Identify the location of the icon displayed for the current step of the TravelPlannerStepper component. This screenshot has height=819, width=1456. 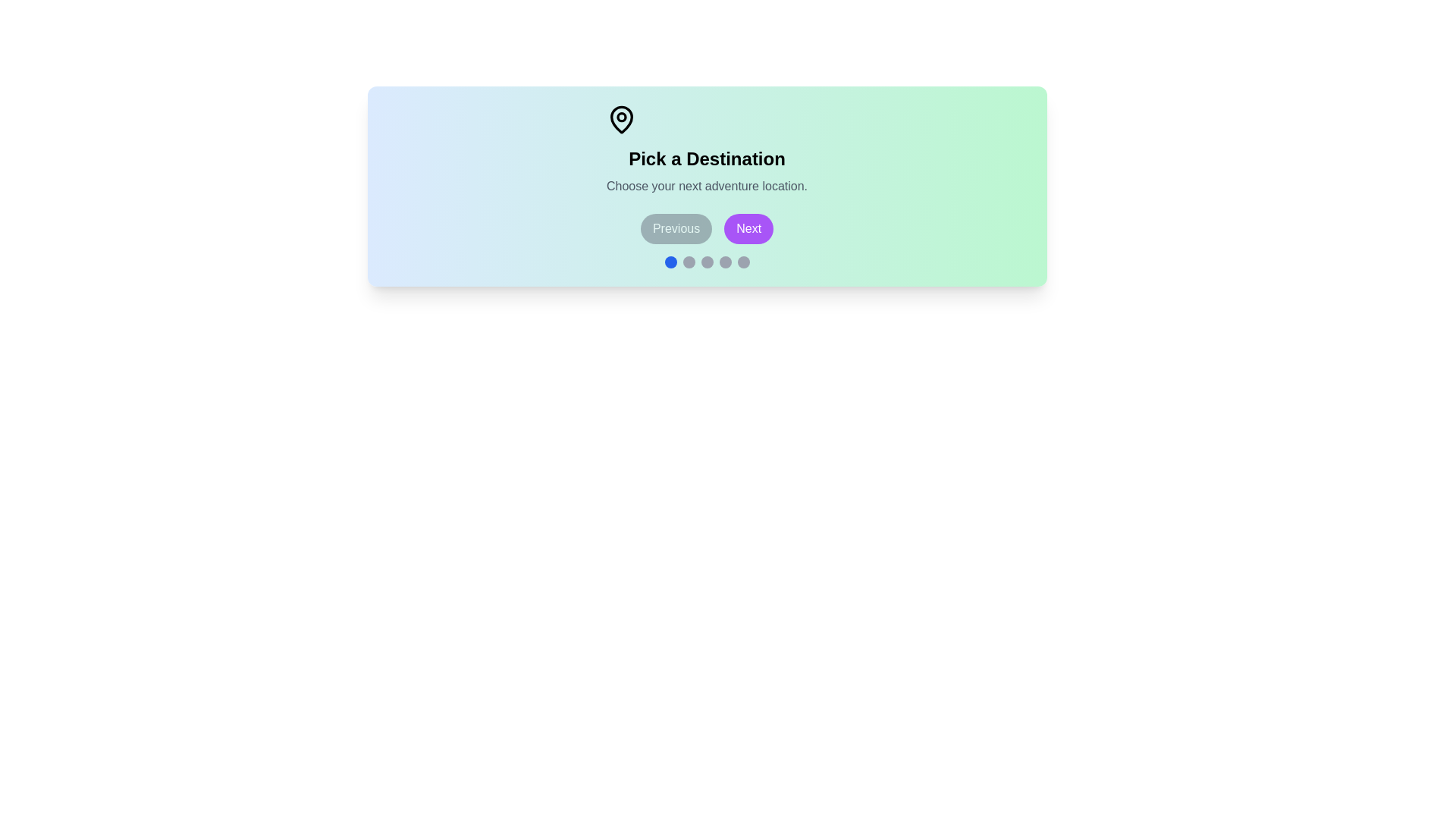
(622, 119).